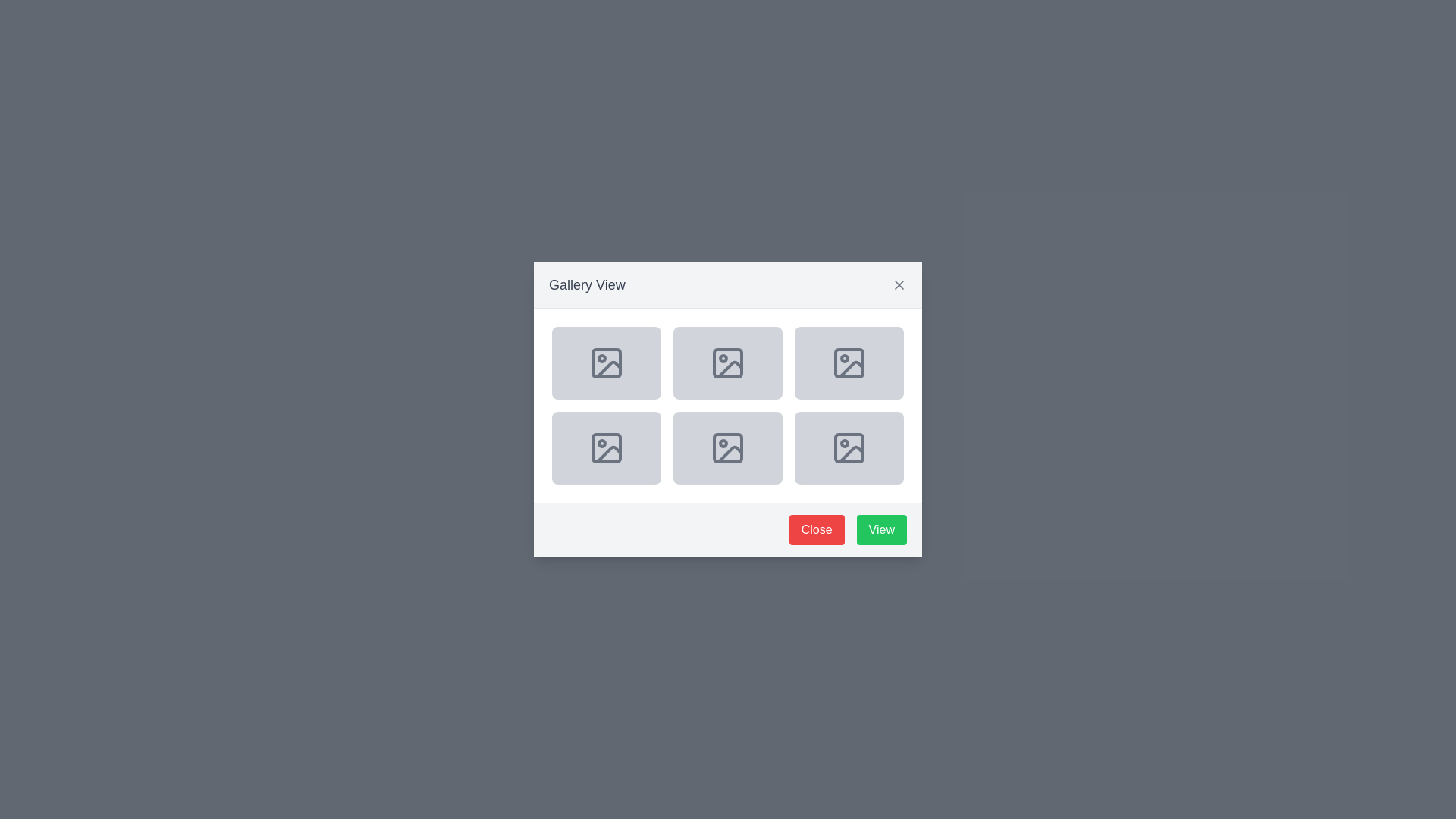 This screenshot has height=819, width=1456. Describe the element at coordinates (607, 362) in the screenshot. I see `the button` at that location.